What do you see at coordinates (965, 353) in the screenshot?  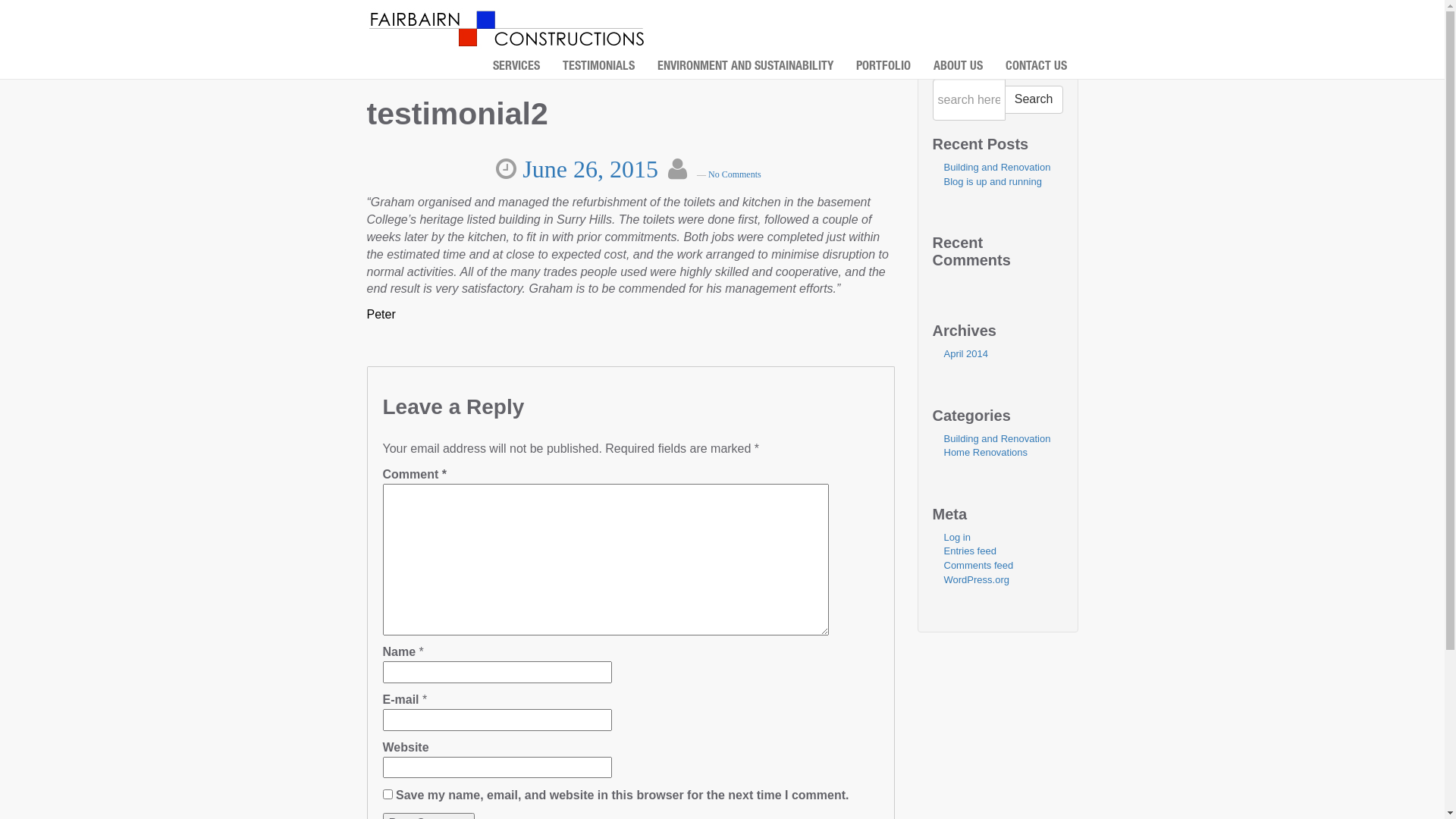 I see `'April 2014'` at bounding box center [965, 353].